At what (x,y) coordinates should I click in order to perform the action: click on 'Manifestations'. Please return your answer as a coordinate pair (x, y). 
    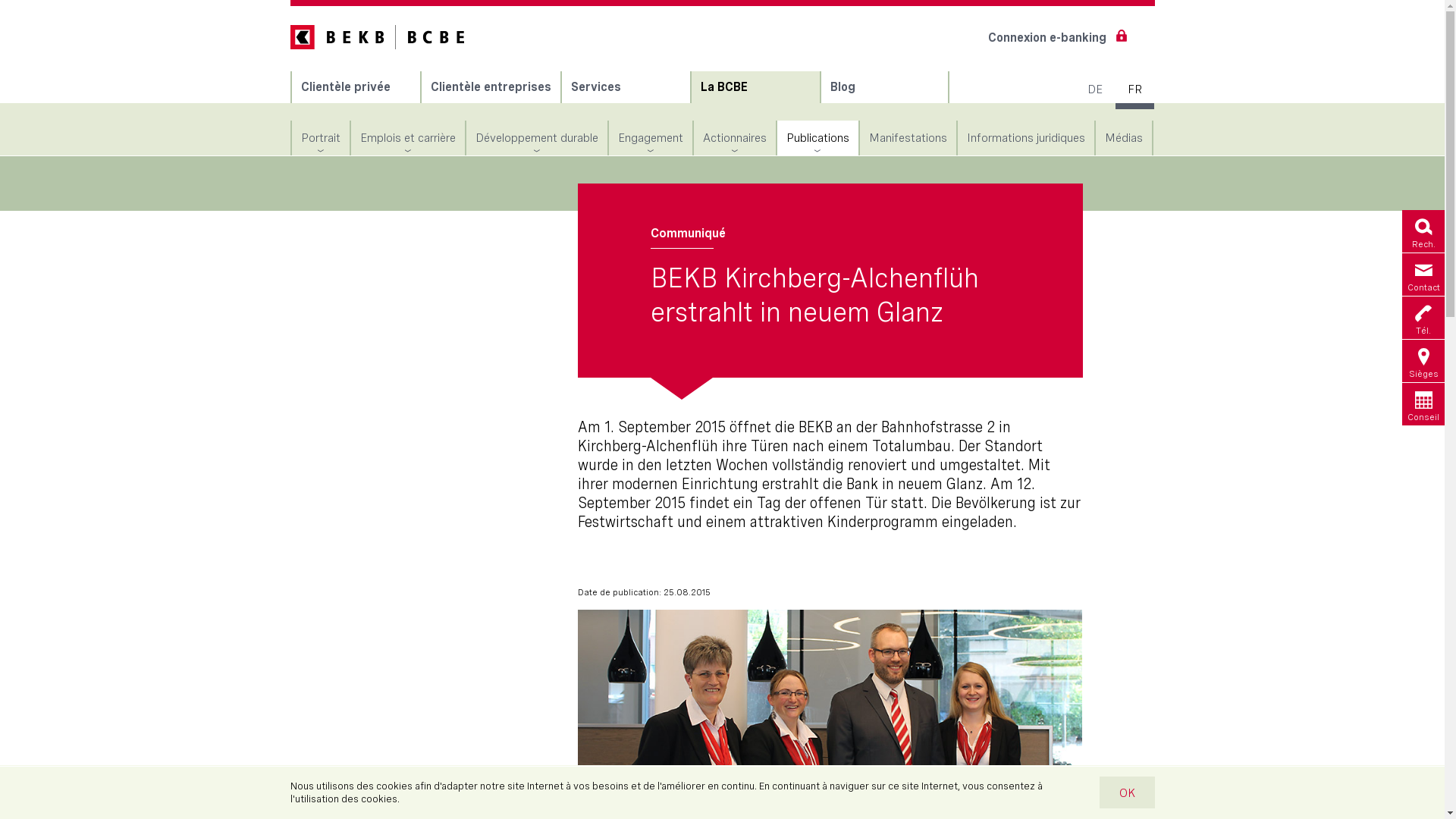
    Looking at the image, I should click on (908, 137).